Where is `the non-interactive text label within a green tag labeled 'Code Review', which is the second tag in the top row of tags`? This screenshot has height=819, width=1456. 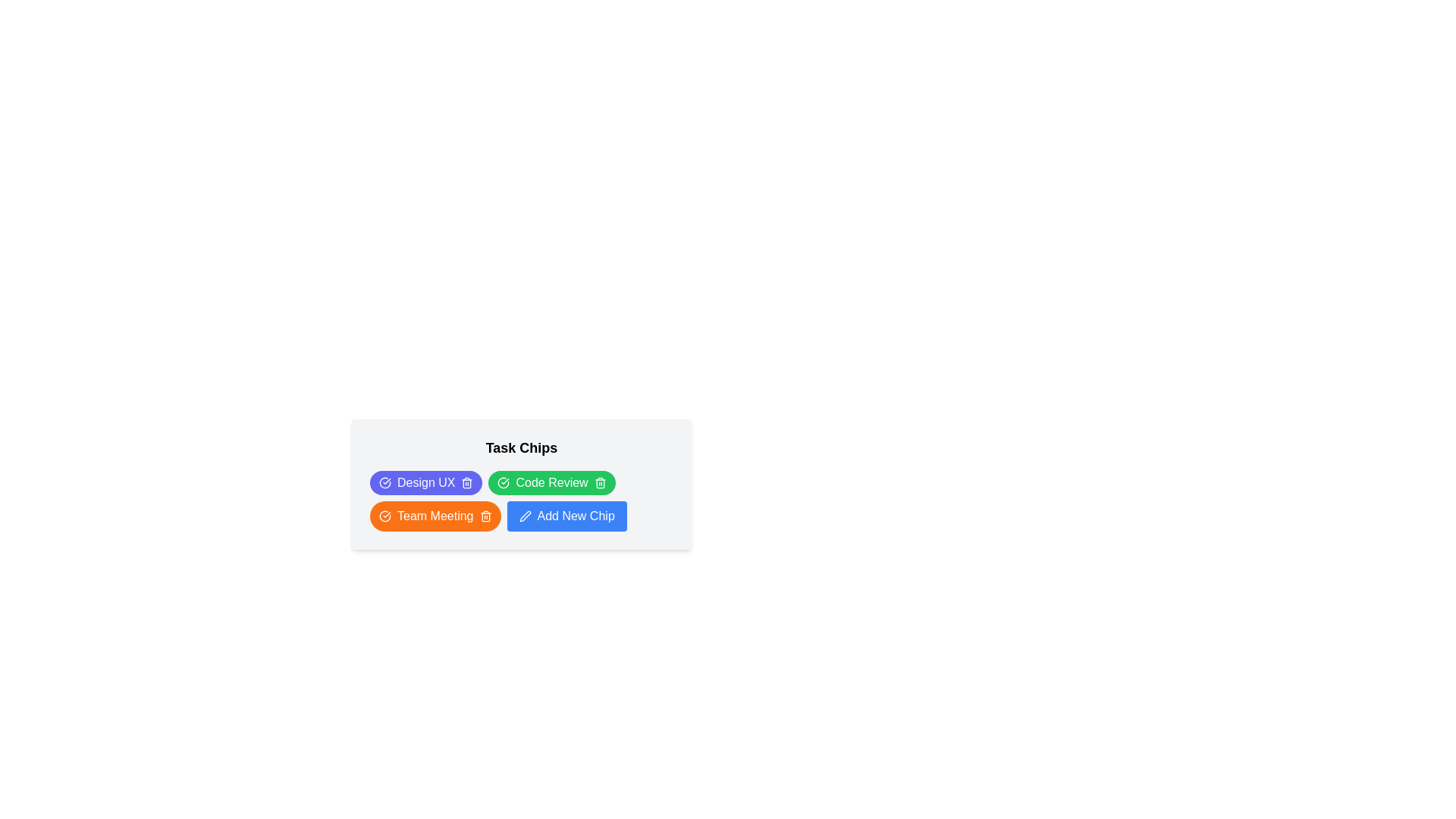 the non-interactive text label within a green tag labeled 'Code Review', which is the second tag in the top row of tags is located at coordinates (551, 482).